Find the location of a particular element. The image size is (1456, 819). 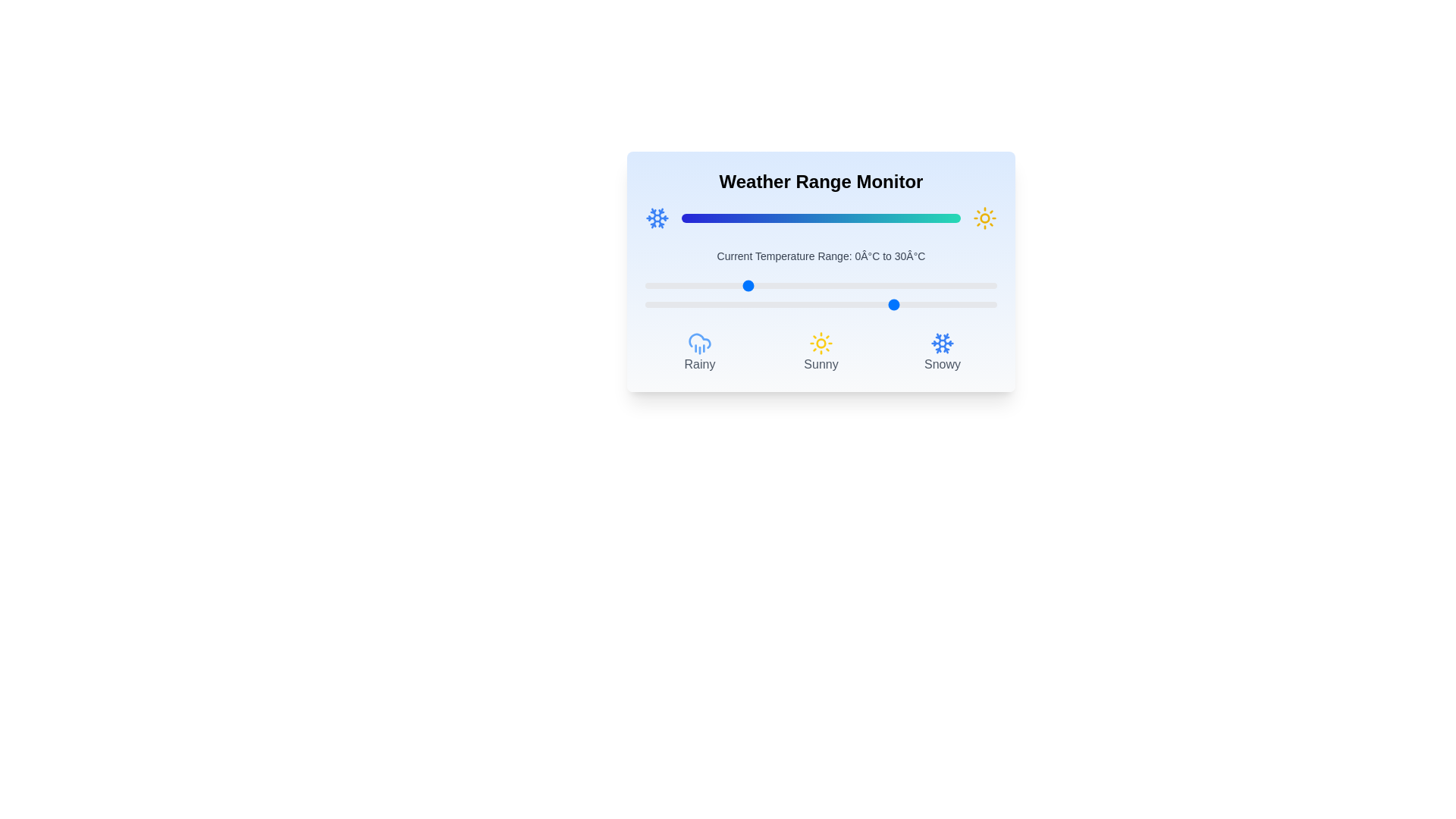

the horizontal graphic scale bar with a gradient background, positioned centrally below the 'Weather Range Monitor' heading and framed by snowflake and sun icons is located at coordinates (821, 218).